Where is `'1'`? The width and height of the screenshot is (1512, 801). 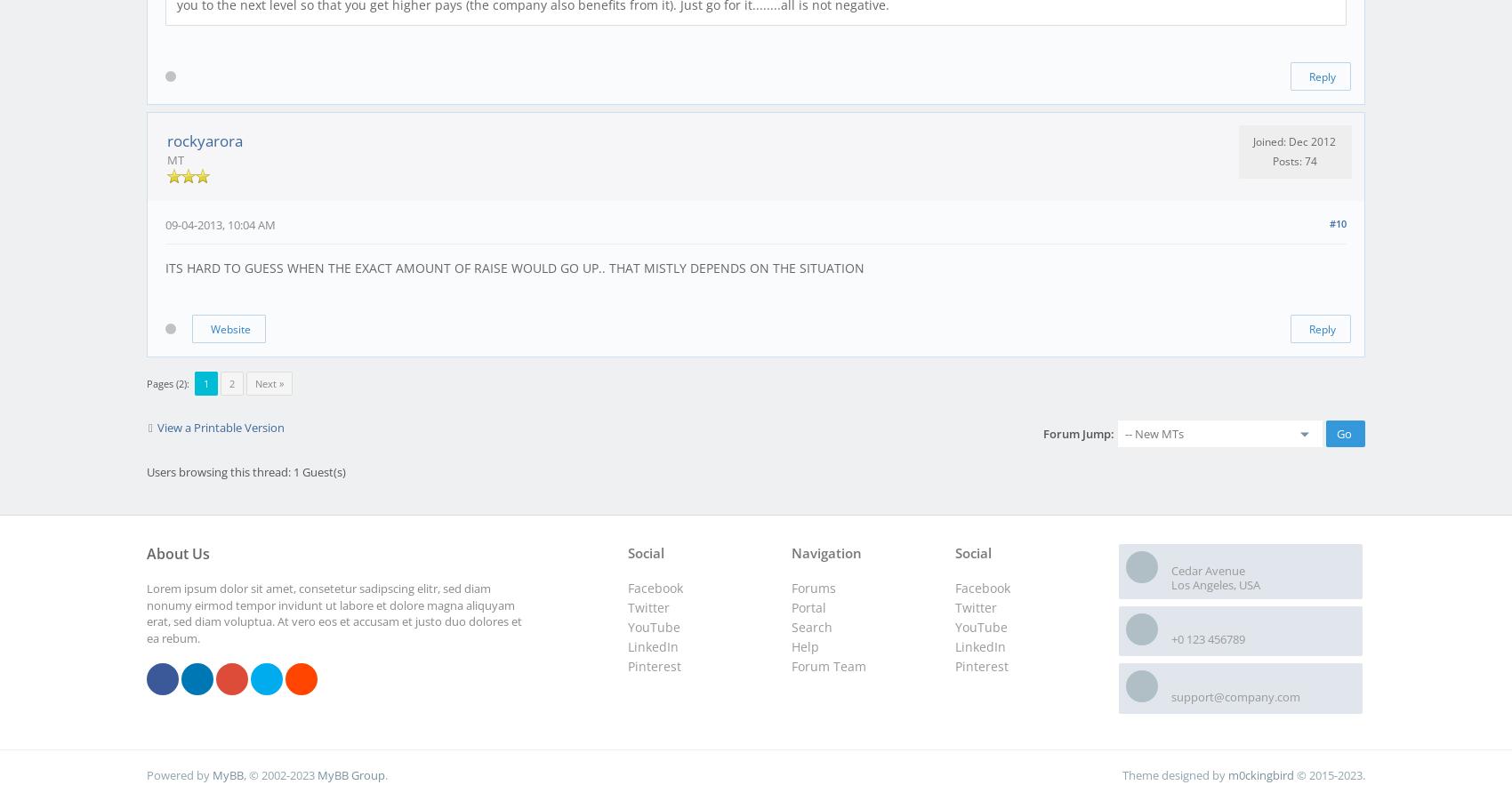 '1' is located at coordinates (206, 381).